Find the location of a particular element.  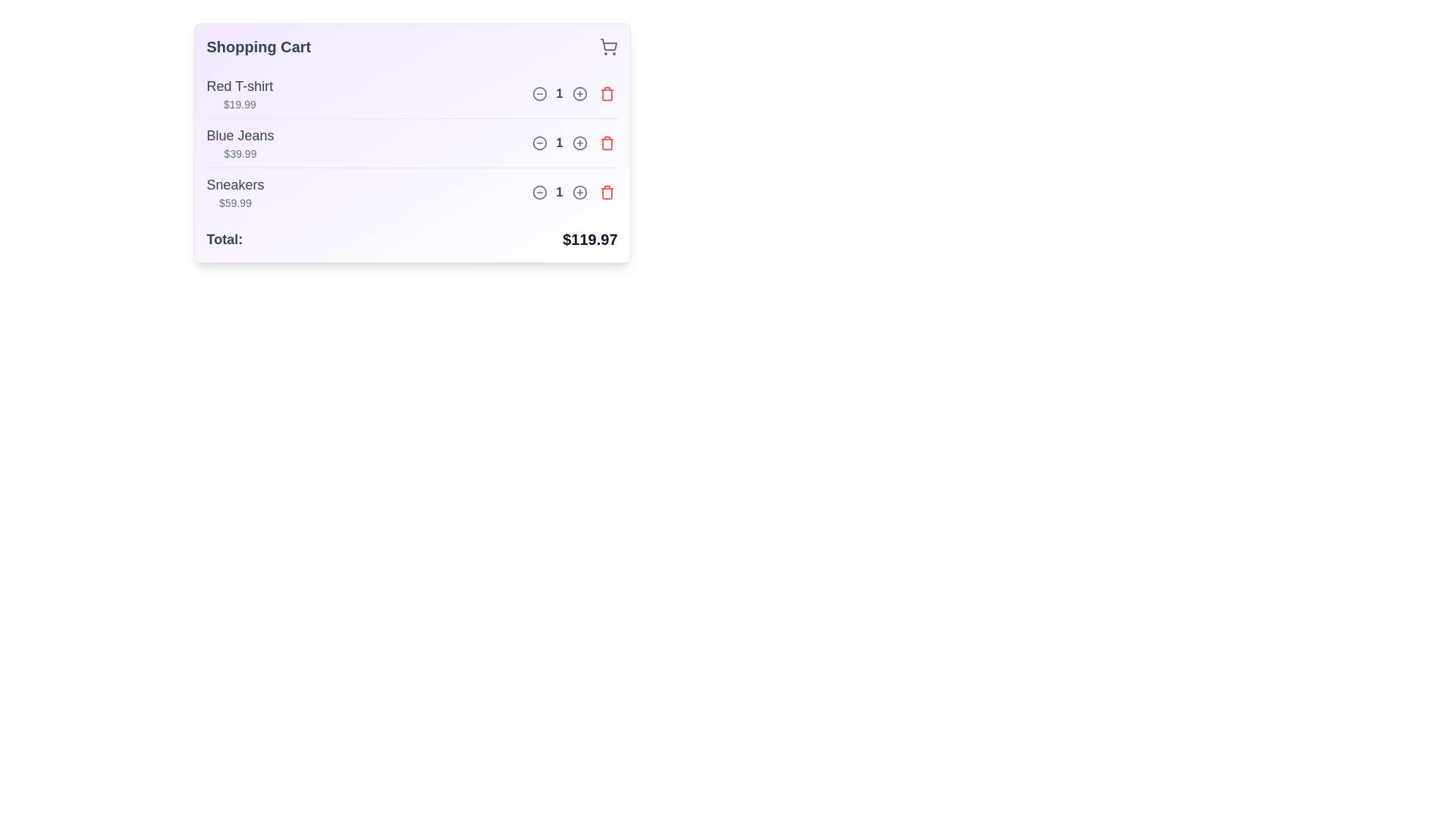

the quantity decrement button, which is a circular icon with a minus symbol ('-') inside, located in the second row of the shopping cart for the 'Blue Jeans' product is located at coordinates (539, 143).